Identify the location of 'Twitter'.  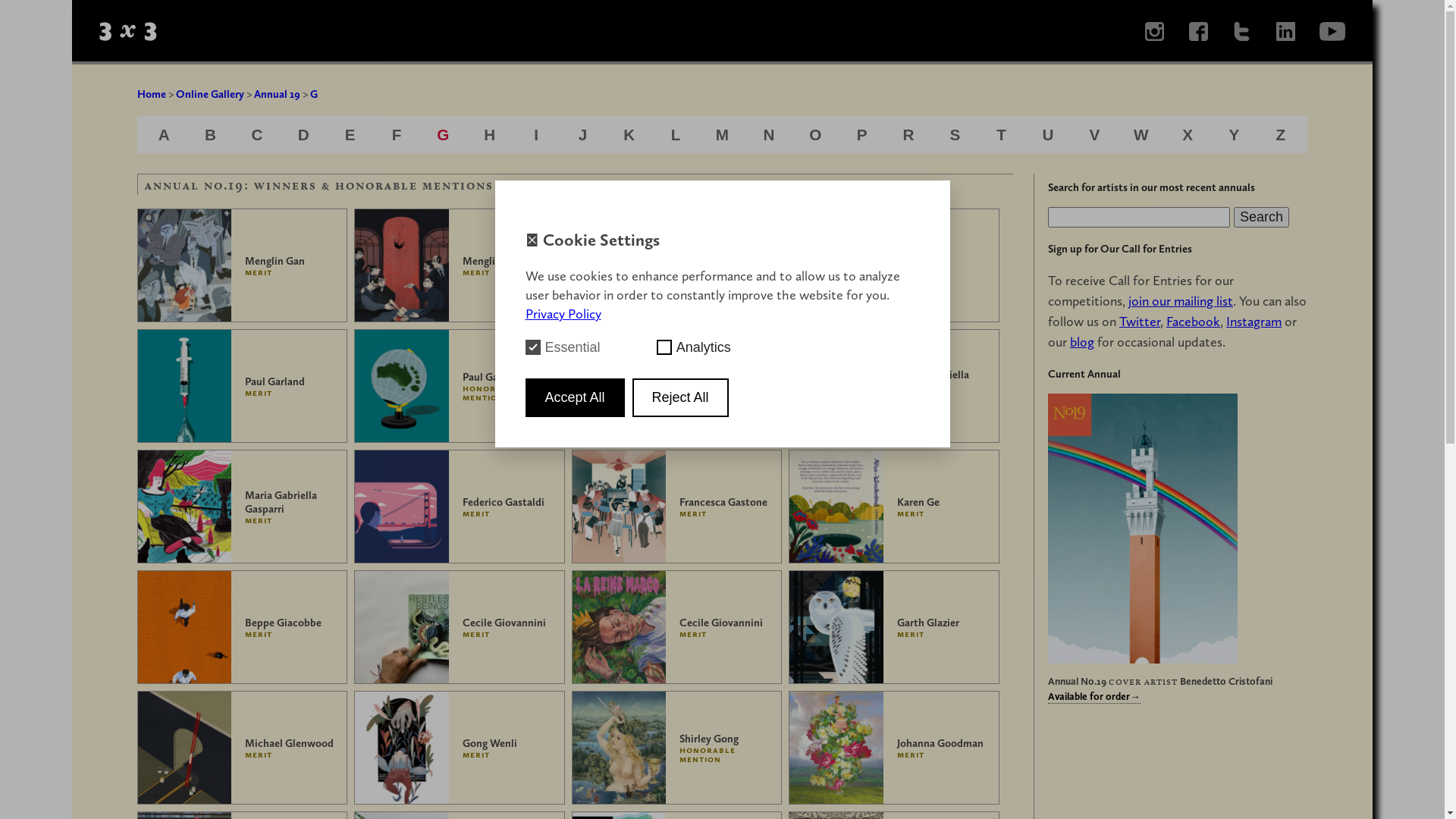
(1139, 321).